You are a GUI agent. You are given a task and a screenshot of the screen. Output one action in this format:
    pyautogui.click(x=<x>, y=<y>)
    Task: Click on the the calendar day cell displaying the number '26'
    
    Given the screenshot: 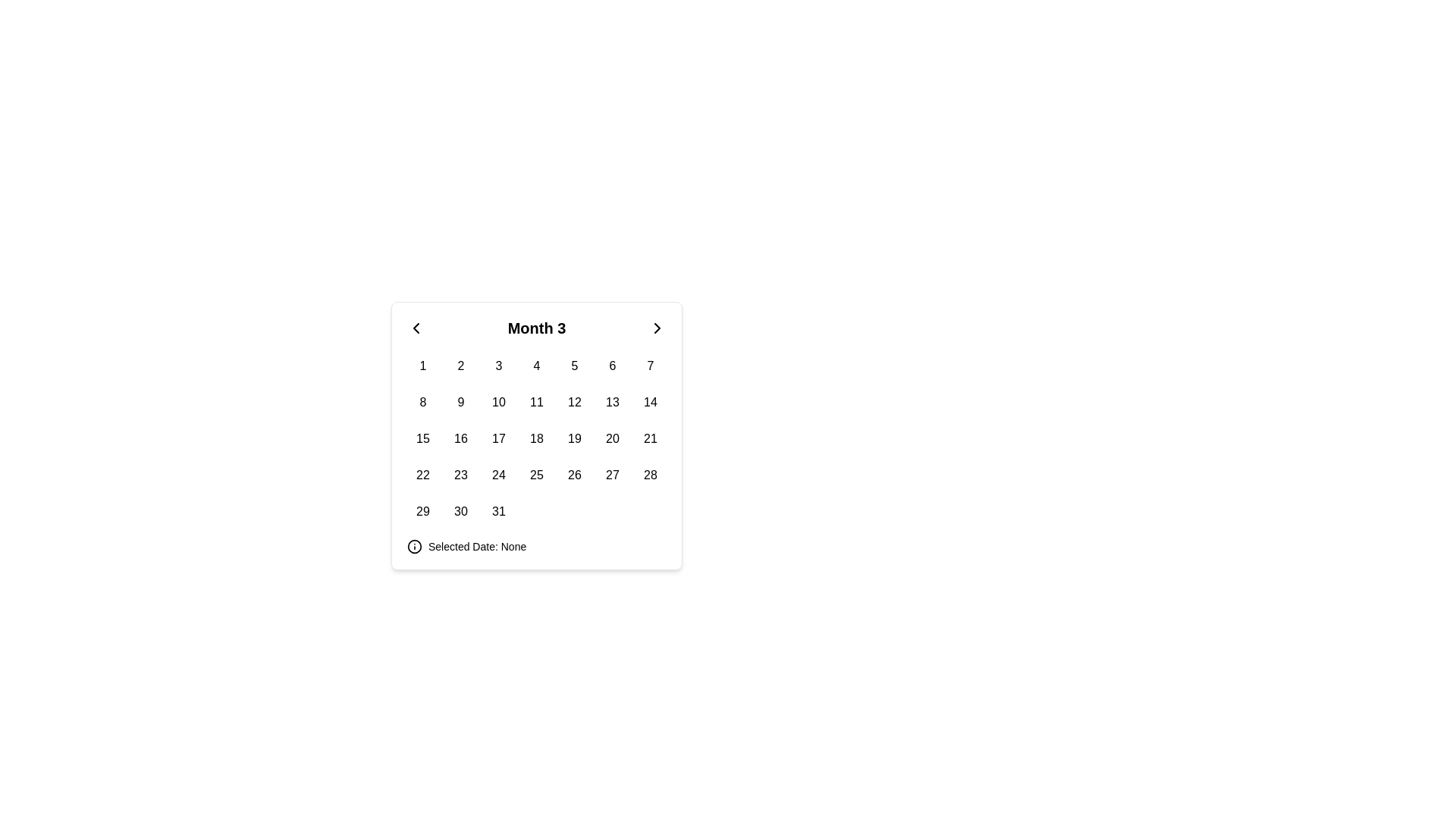 What is the action you would take?
    pyautogui.click(x=574, y=475)
    